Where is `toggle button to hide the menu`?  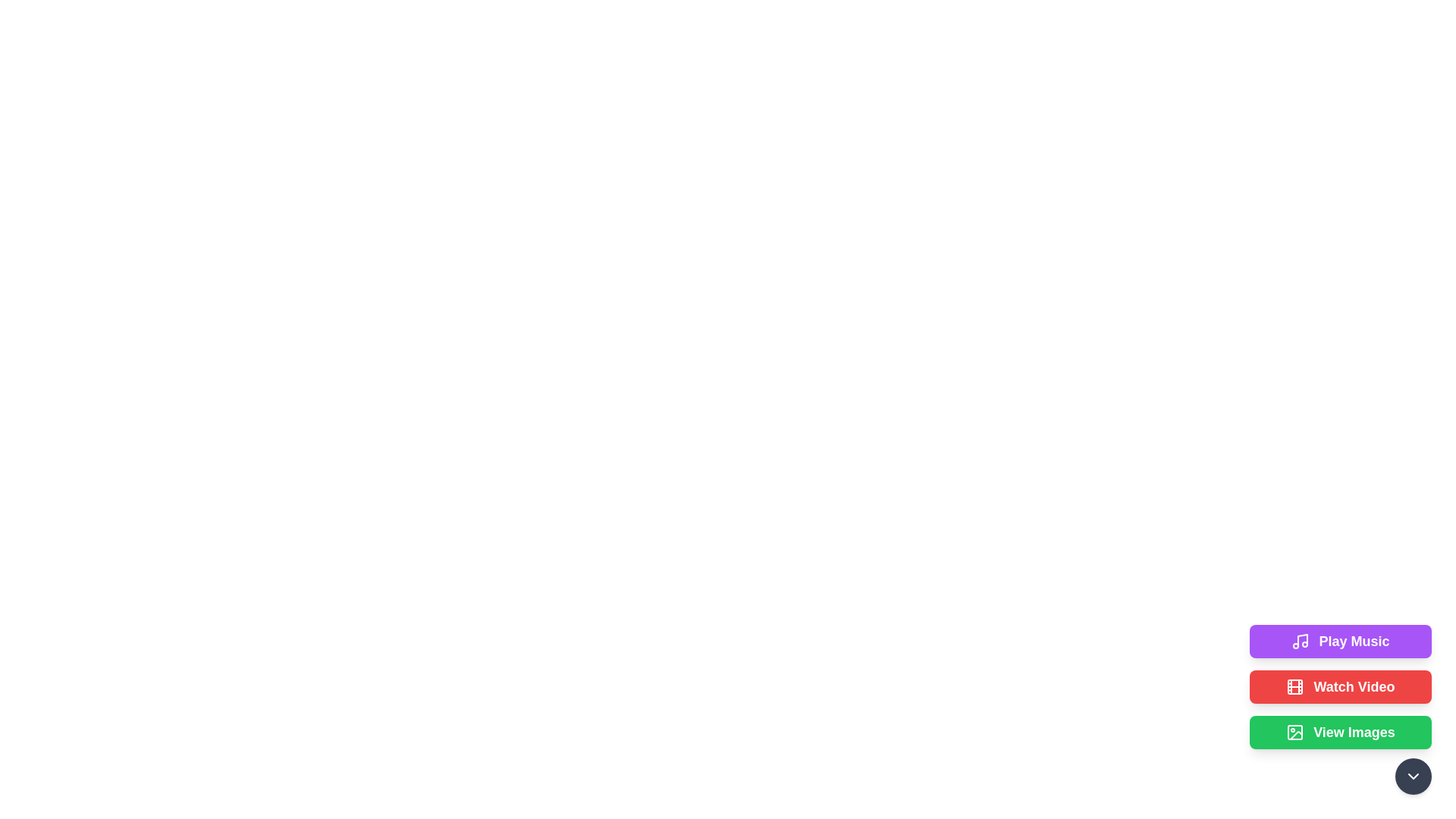
toggle button to hide the menu is located at coordinates (1412, 776).